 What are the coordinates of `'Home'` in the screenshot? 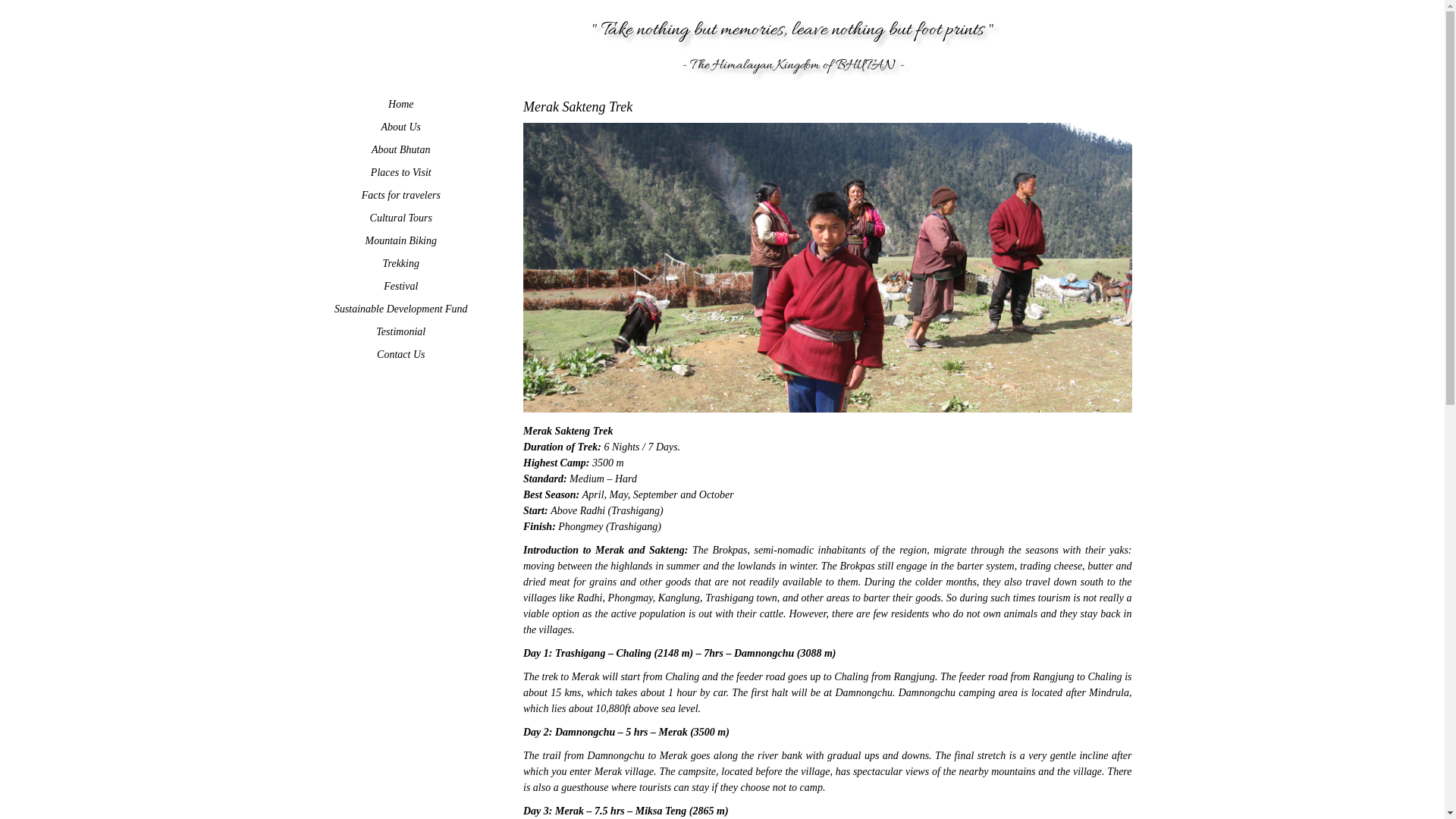 It's located at (400, 104).